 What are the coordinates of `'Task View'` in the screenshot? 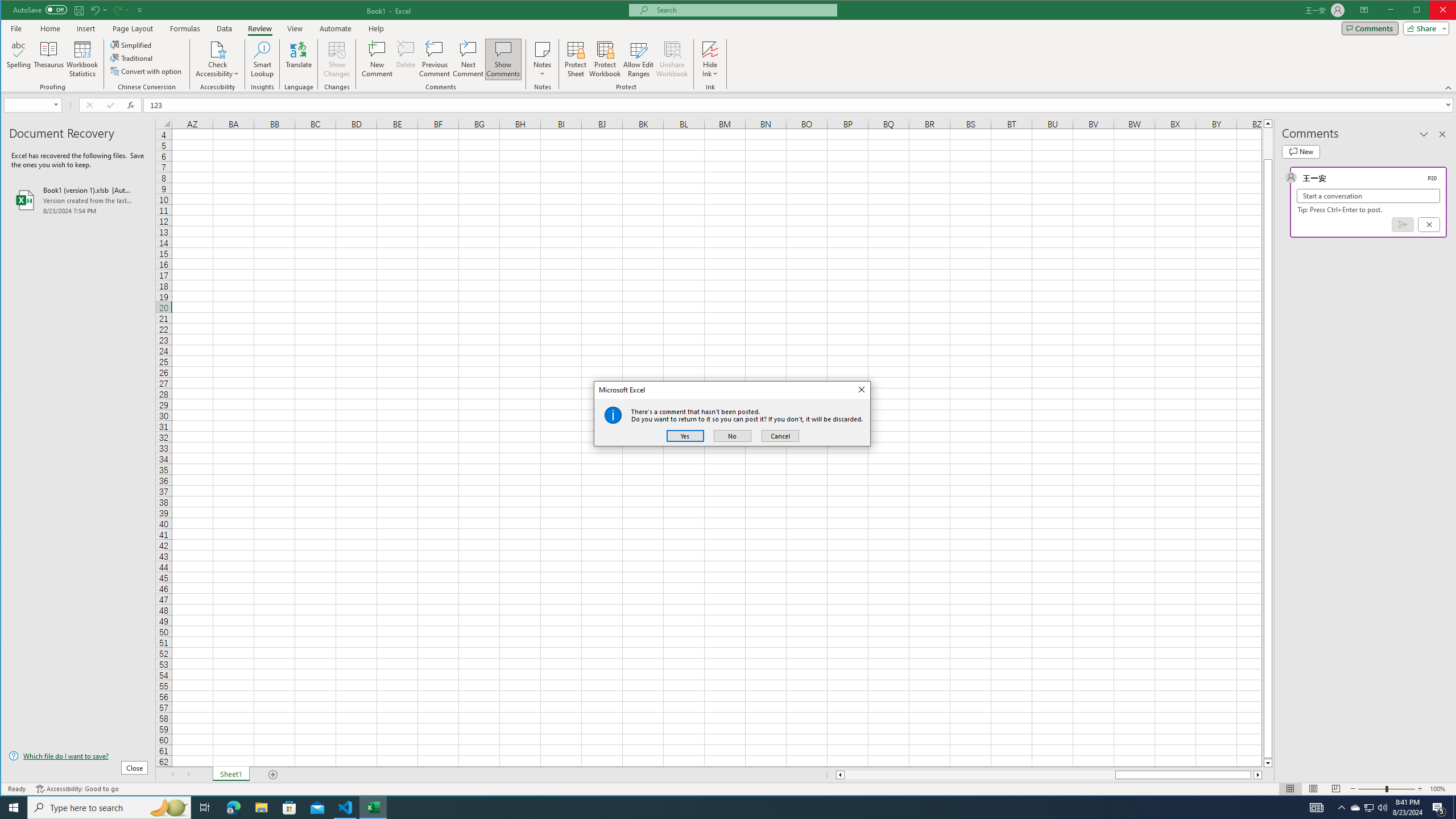 It's located at (204, 806).